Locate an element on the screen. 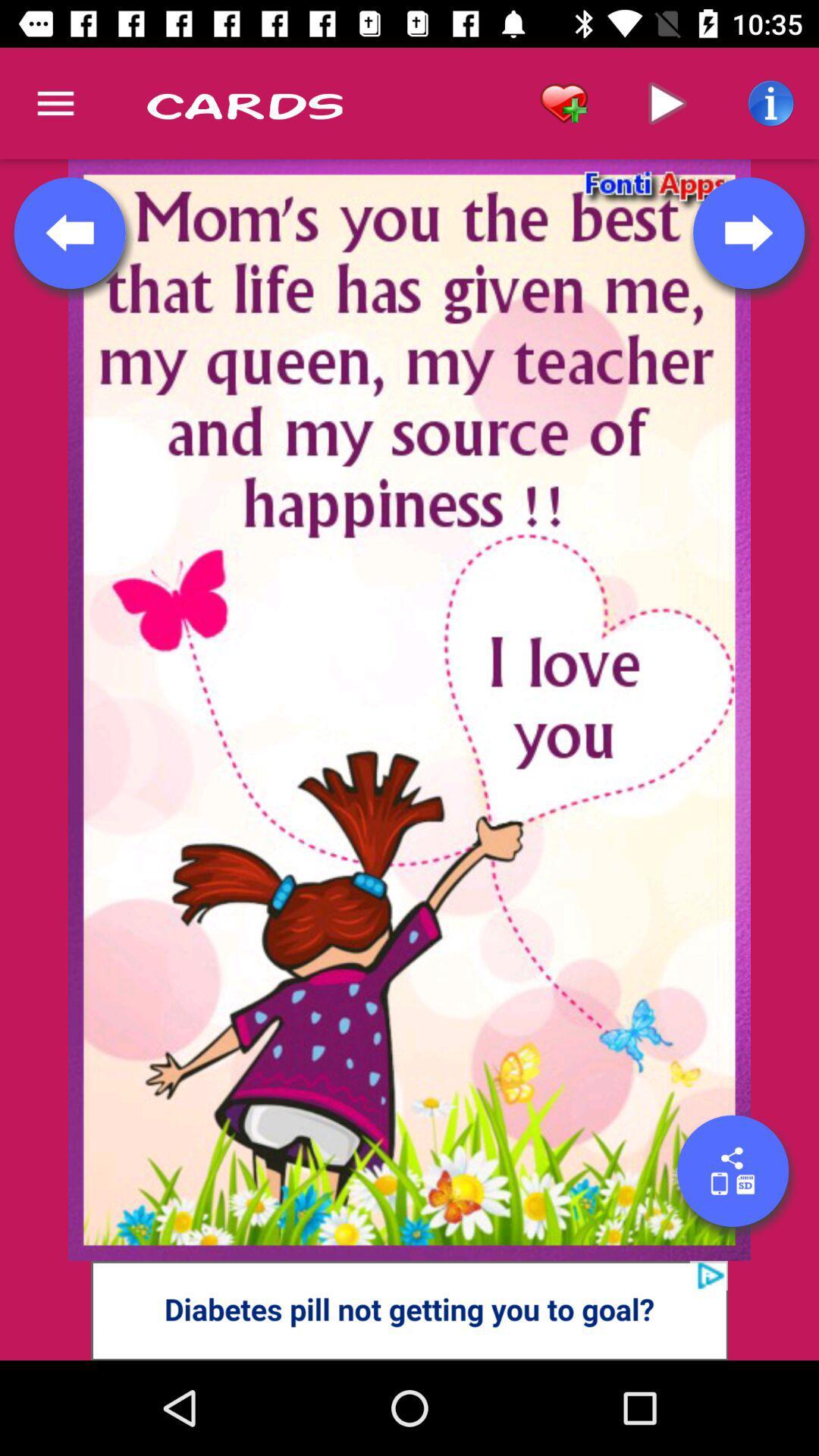  advertisement is located at coordinates (409, 1310).